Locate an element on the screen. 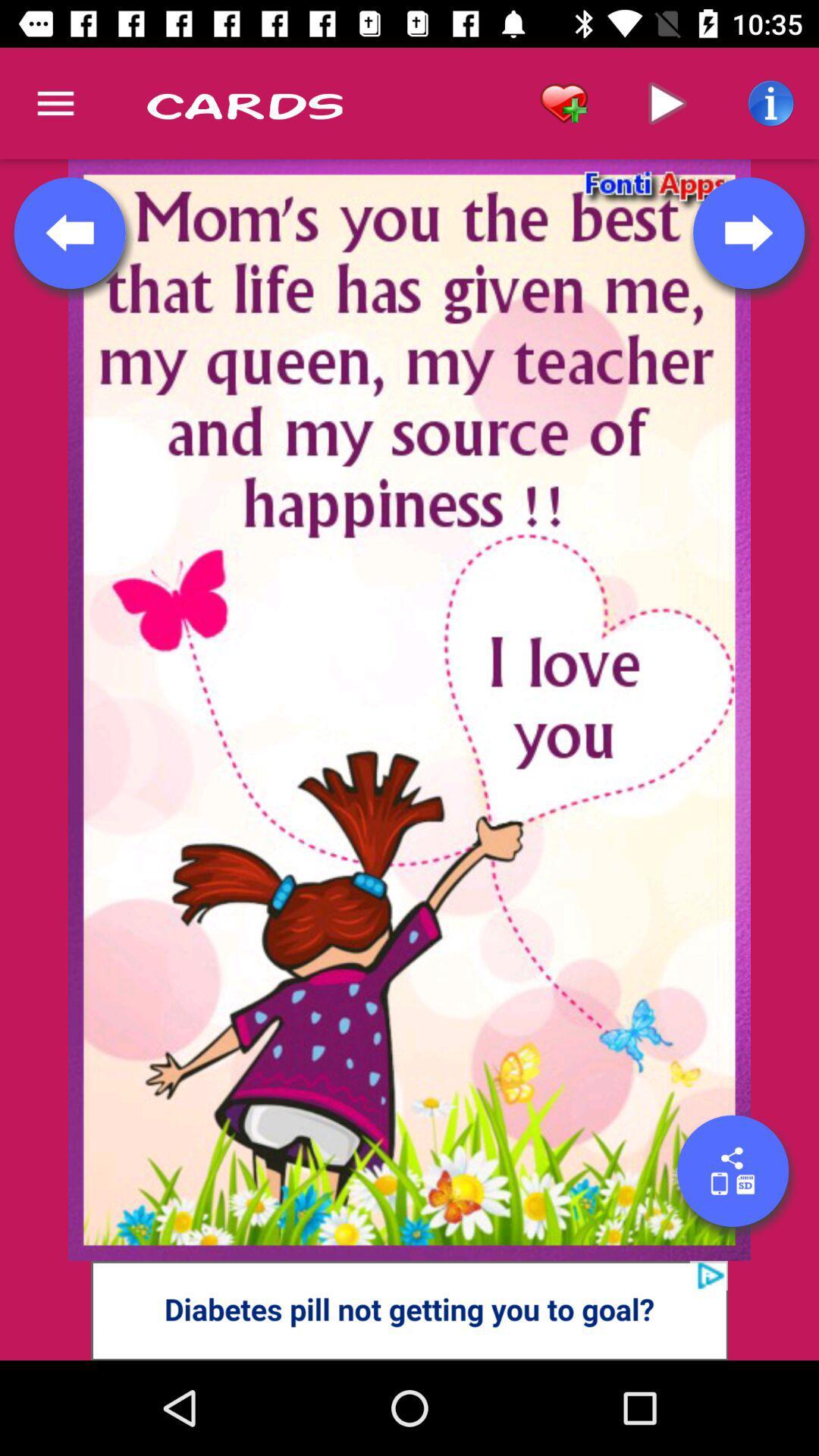  advertisement is located at coordinates (409, 1310).